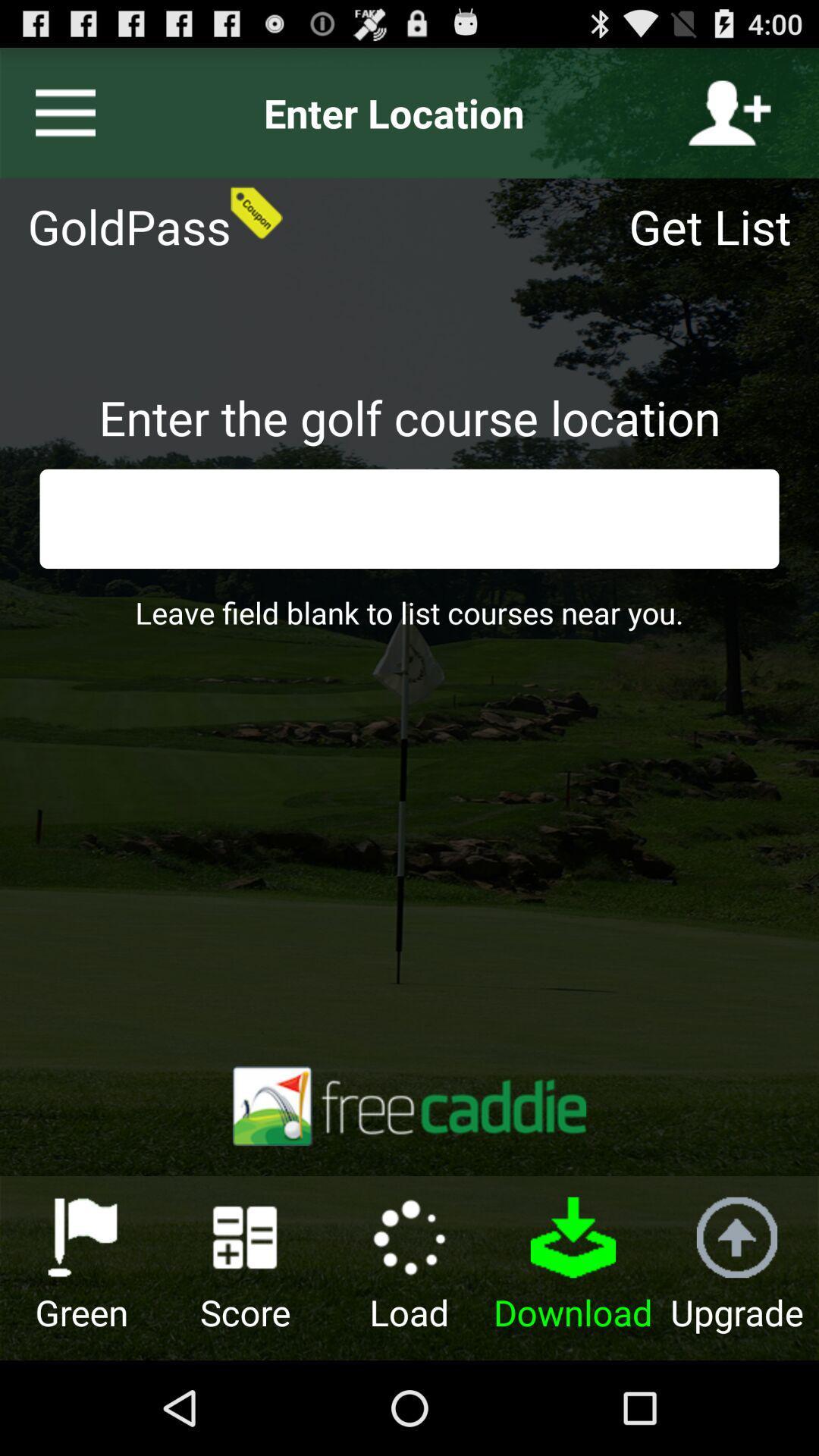 This screenshot has height=1456, width=819. I want to click on show the menu, so click(58, 112).